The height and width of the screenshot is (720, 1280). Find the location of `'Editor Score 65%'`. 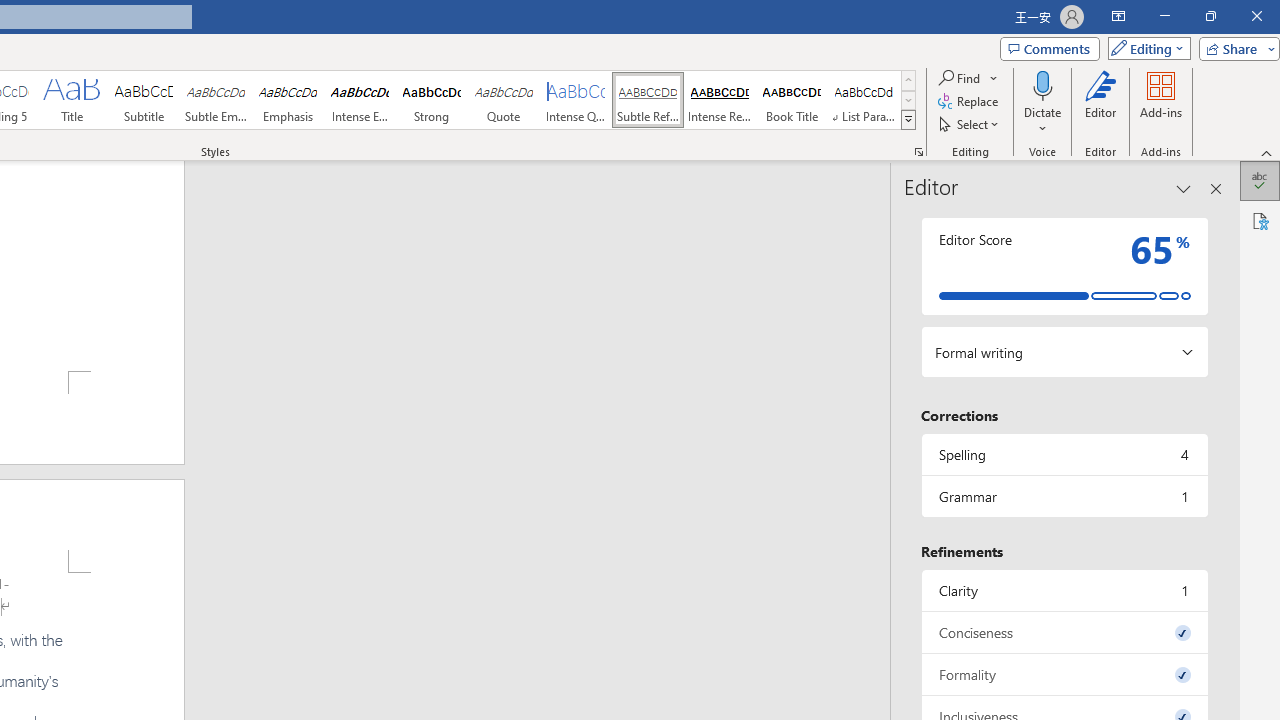

'Editor Score 65%' is located at coordinates (1063, 265).